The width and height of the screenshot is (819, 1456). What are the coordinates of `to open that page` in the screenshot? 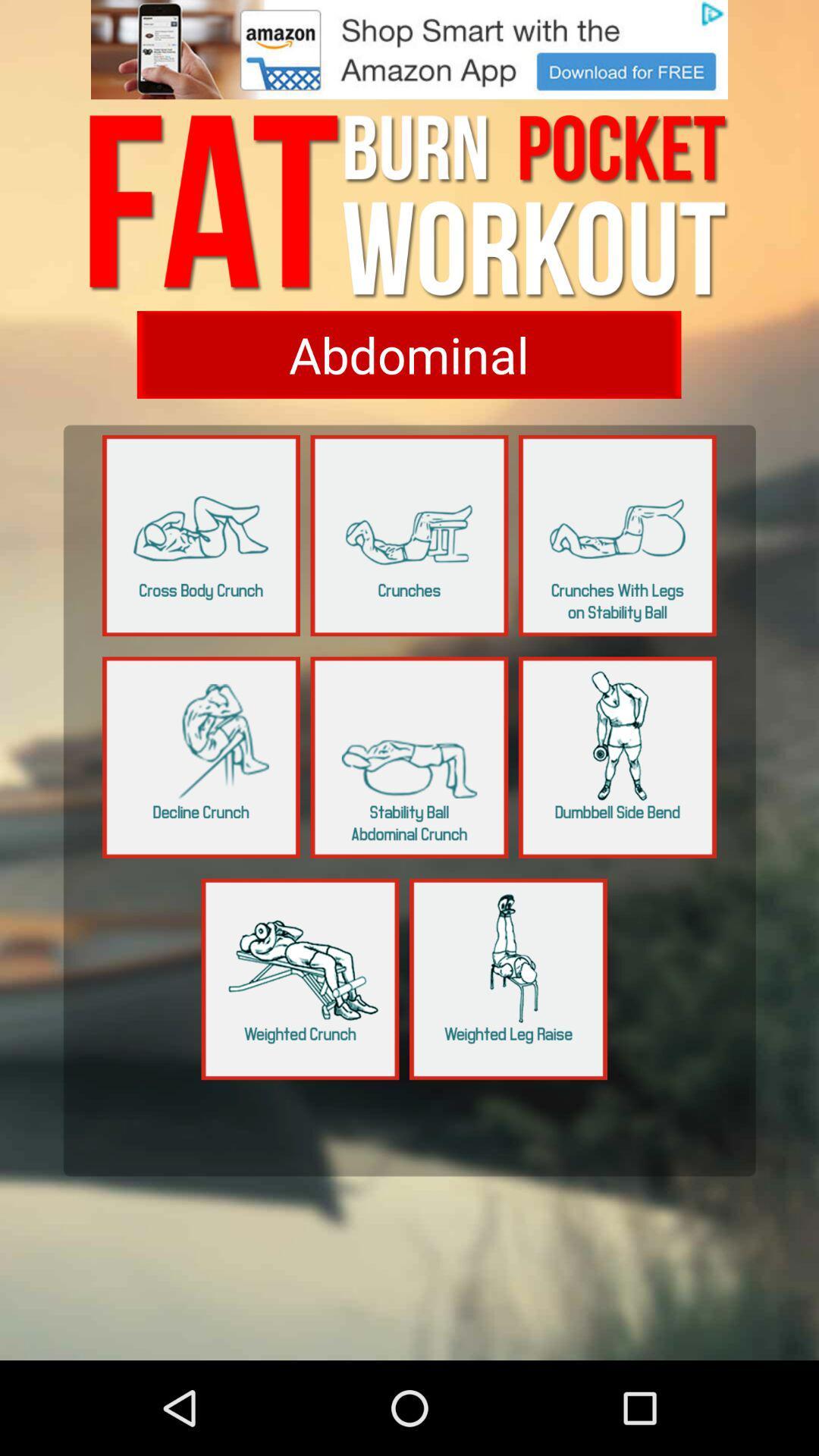 It's located at (200, 757).